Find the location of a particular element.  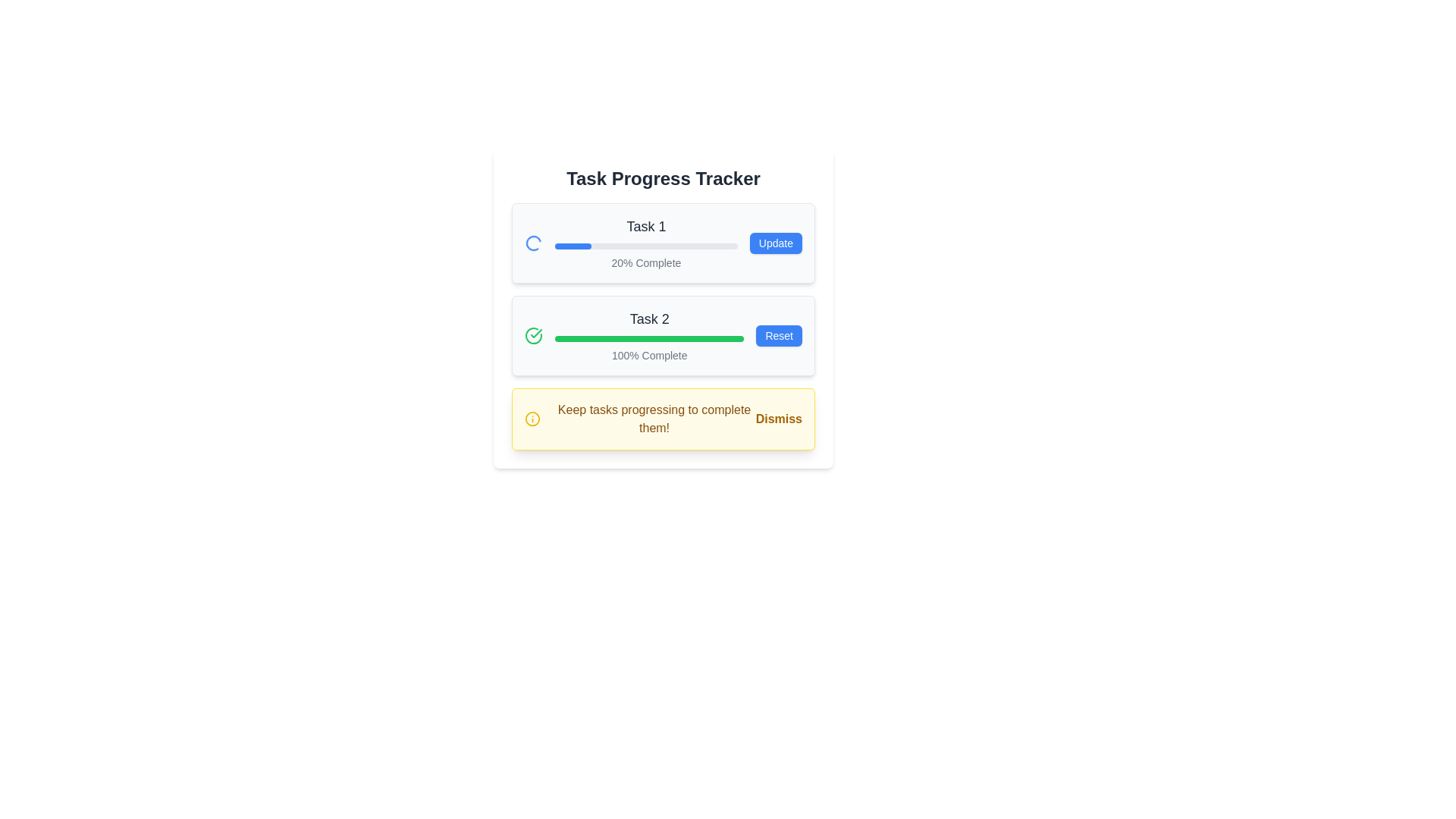

the Progress bar that visually represents the completion percentage of a task, located in the 'Task 2' section between the title 'Task 2' and the status text '100% Complete' is located at coordinates (649, 338).